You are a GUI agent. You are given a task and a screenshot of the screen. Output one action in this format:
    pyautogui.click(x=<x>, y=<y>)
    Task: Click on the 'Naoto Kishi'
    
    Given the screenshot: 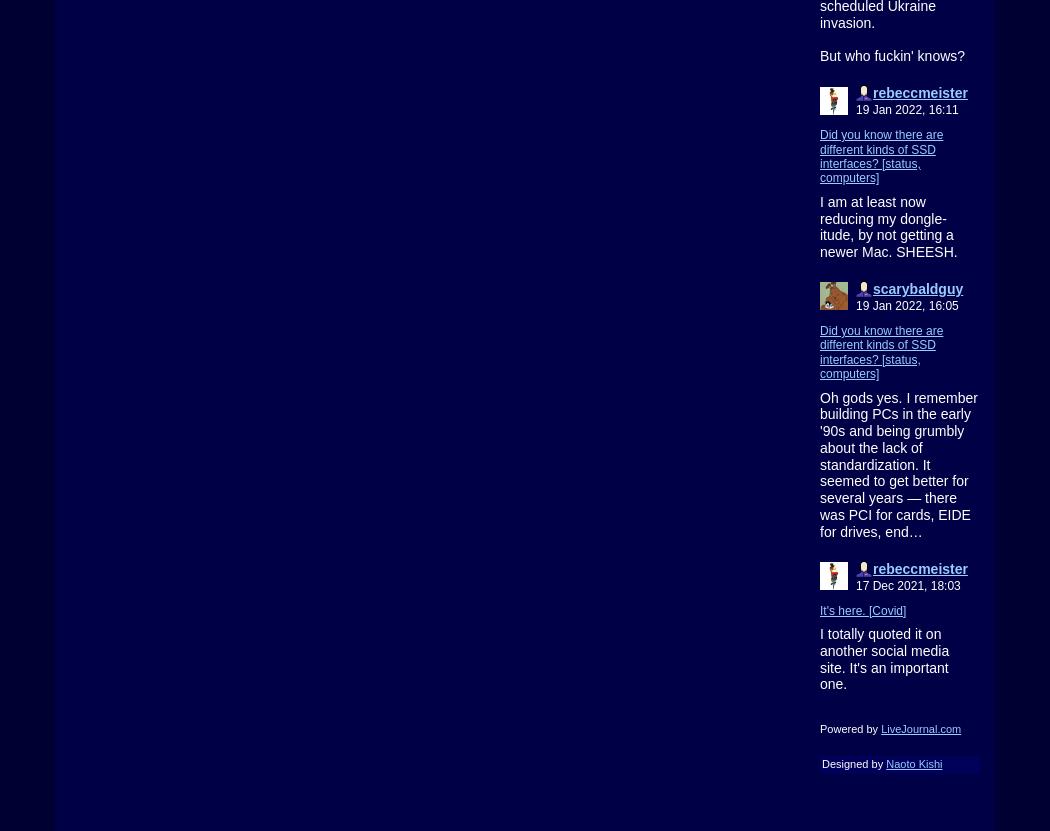 What is the action you would take?
    pyautogui.click(x=884, y=764)
    